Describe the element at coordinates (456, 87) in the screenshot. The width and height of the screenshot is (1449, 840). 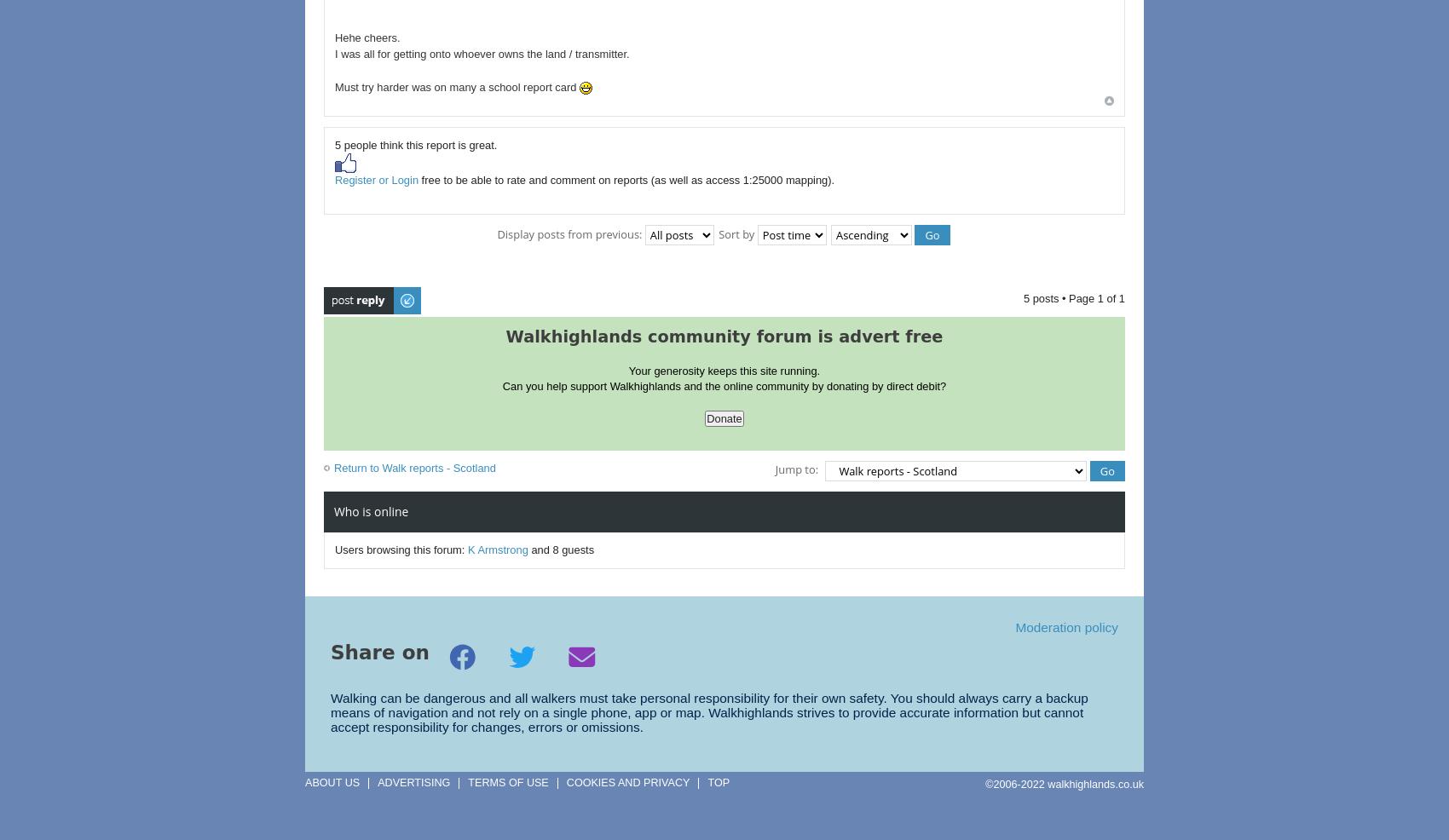
I see `'Must try harder was on many a school report card'` at that location.